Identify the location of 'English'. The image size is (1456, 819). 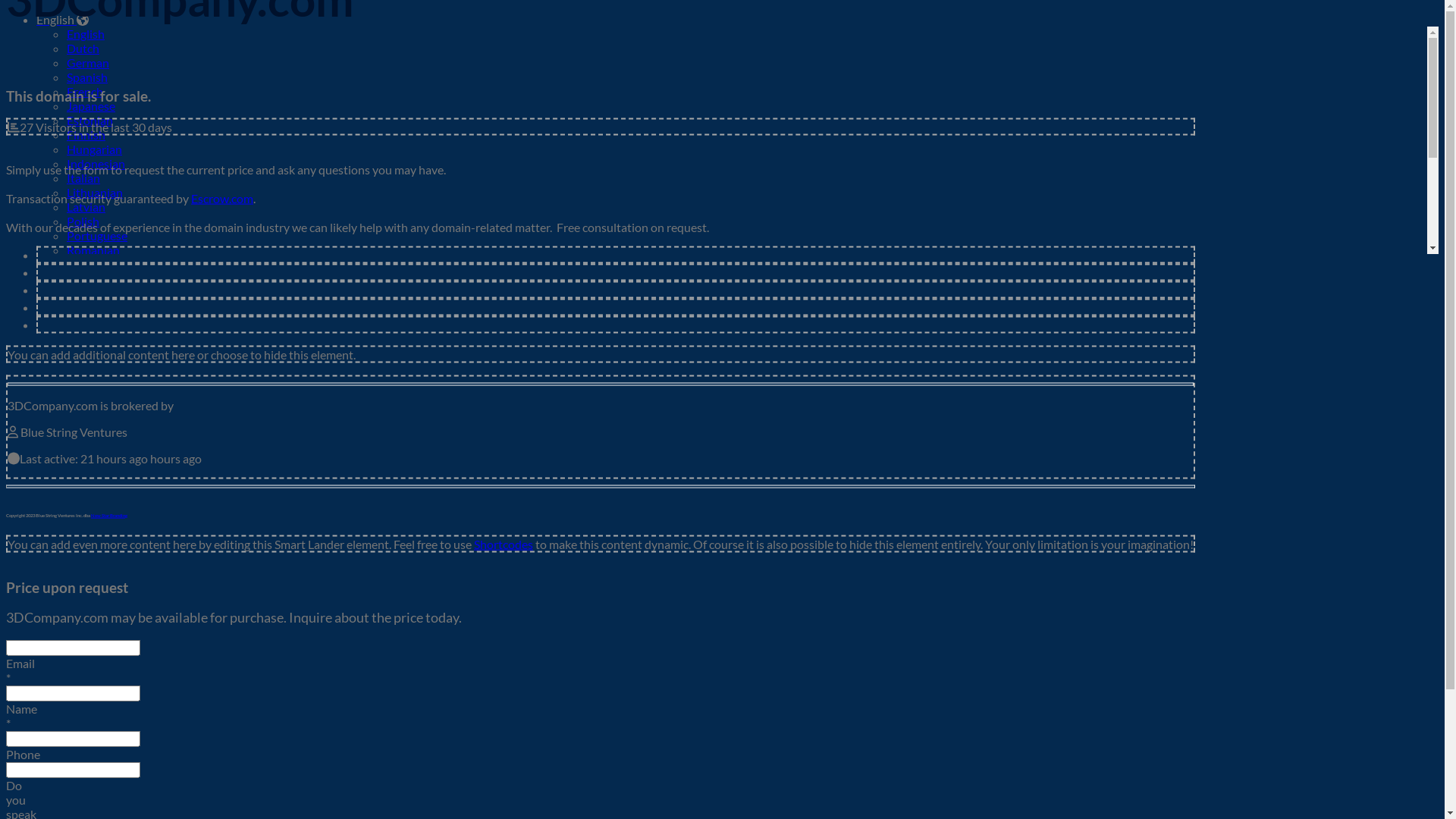
(65, 33).